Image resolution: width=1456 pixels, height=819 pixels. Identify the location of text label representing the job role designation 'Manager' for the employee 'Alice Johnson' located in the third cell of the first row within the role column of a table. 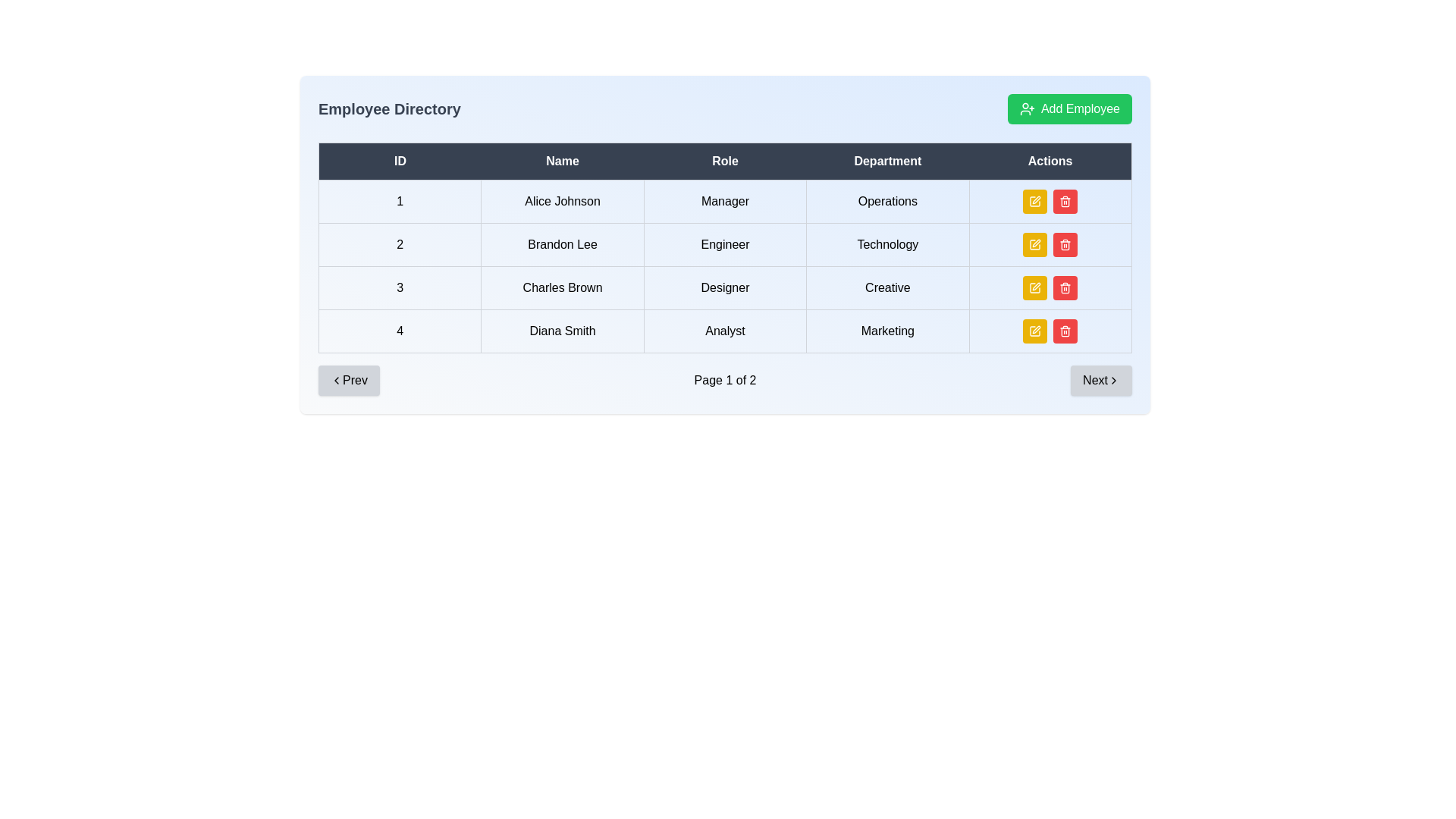
(724, 201).